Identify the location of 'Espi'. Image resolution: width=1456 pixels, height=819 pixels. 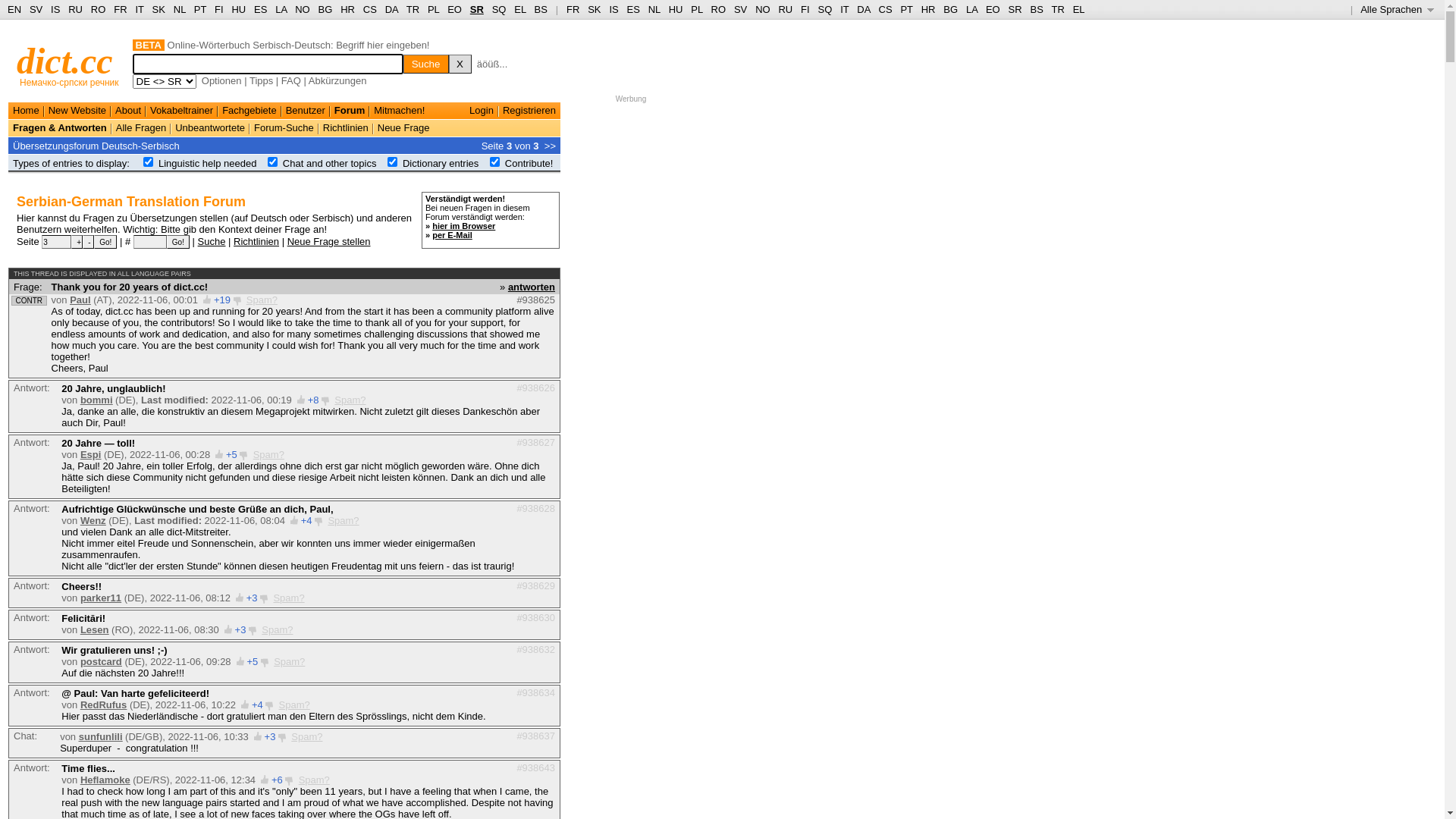
(89, 453).